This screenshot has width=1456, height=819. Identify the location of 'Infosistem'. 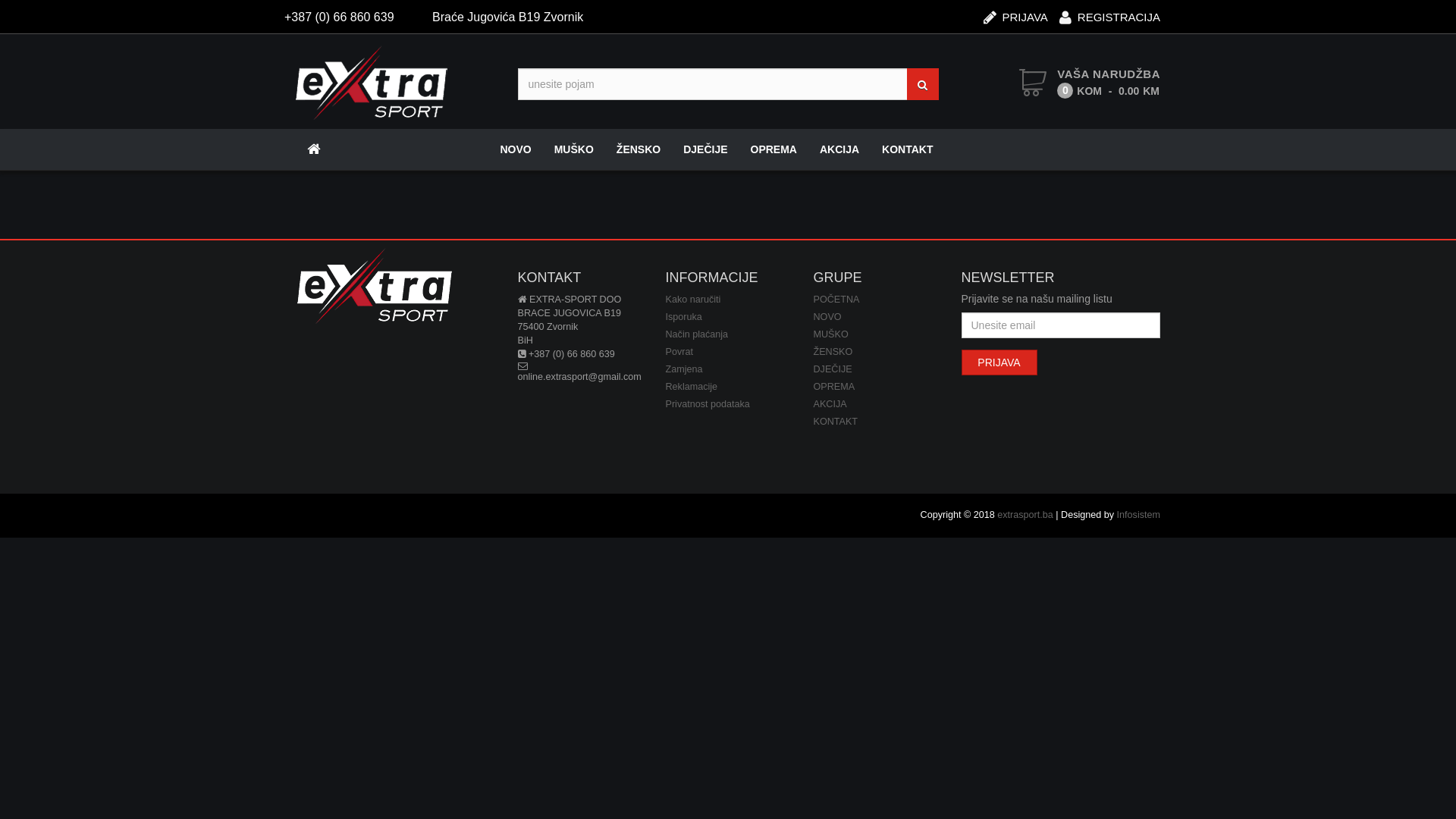
(1138, 513).